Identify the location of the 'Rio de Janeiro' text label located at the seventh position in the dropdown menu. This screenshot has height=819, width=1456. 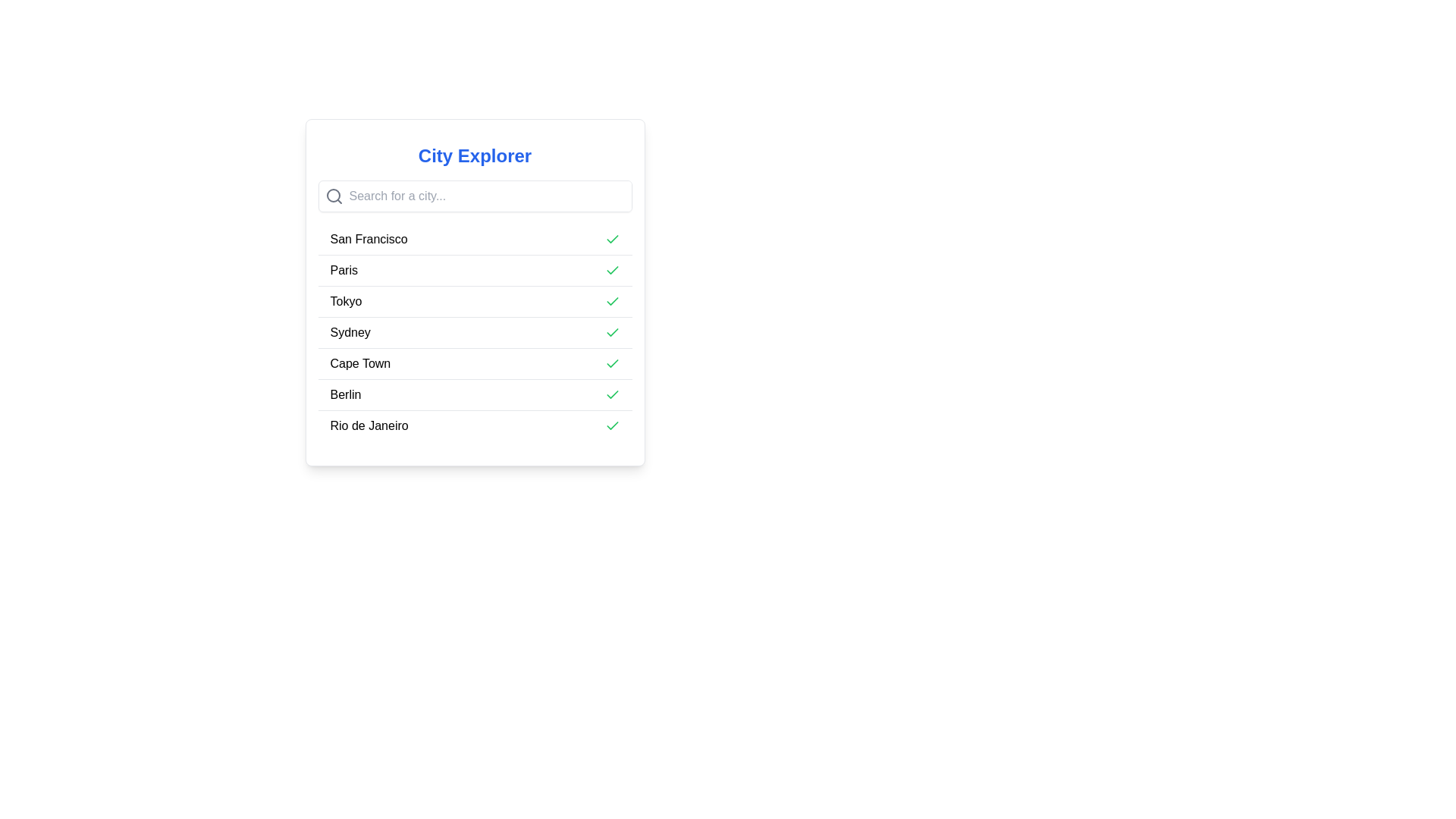
(369, 426).